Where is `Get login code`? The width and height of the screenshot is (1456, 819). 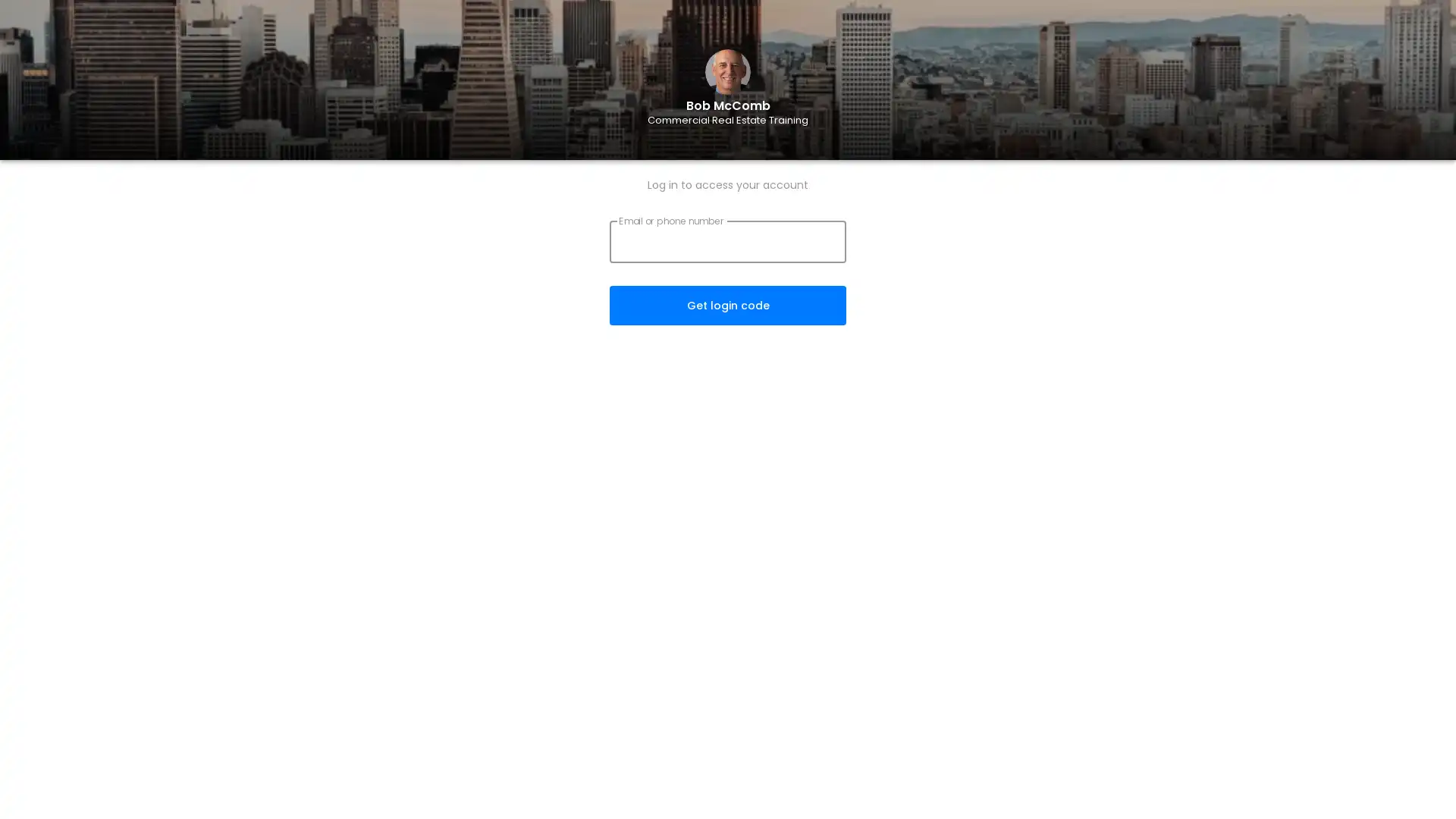
Get login code is located at coordinates (728, 345).